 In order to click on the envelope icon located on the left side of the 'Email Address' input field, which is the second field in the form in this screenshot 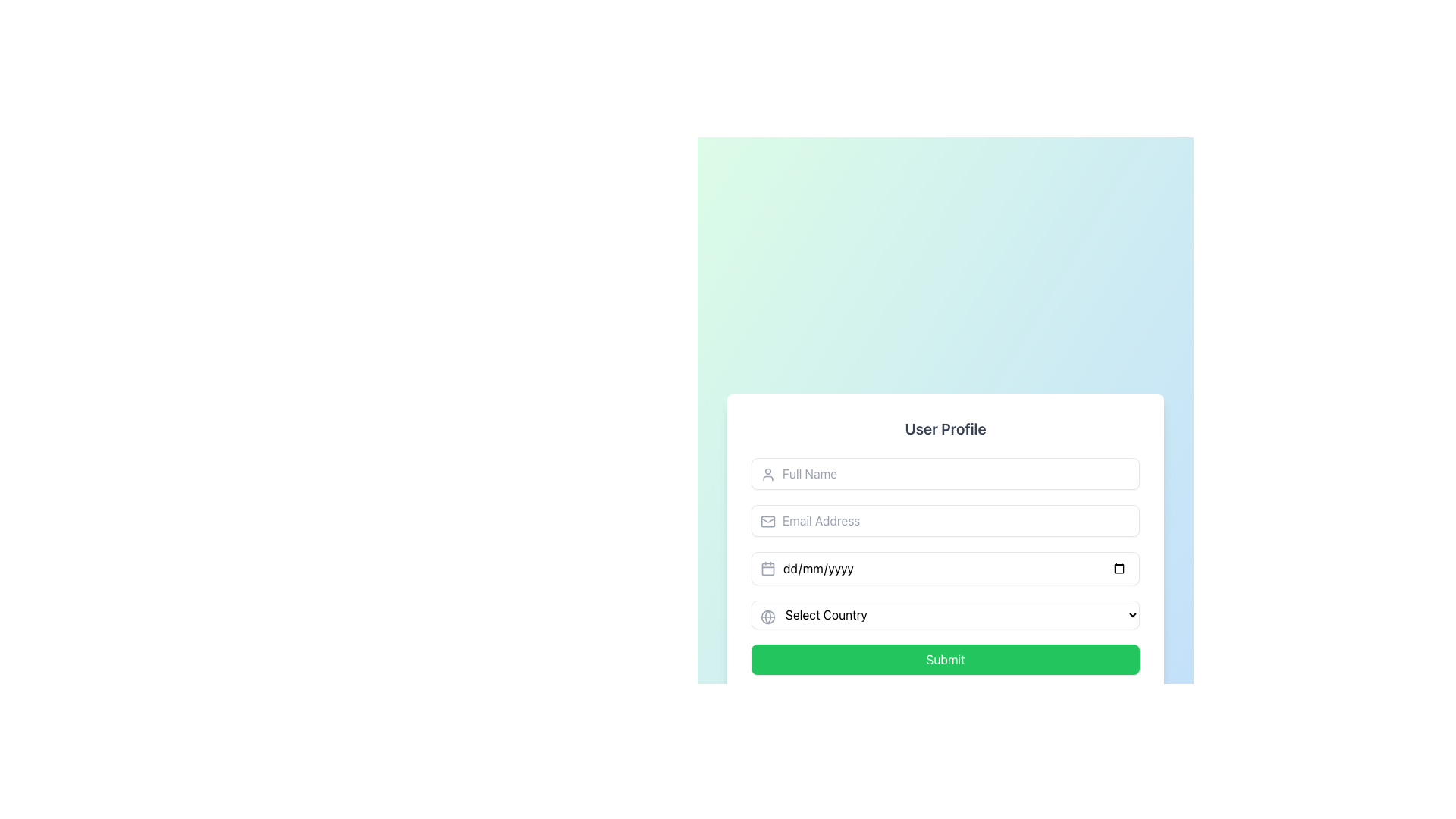, I will do `click(767, 520)`.